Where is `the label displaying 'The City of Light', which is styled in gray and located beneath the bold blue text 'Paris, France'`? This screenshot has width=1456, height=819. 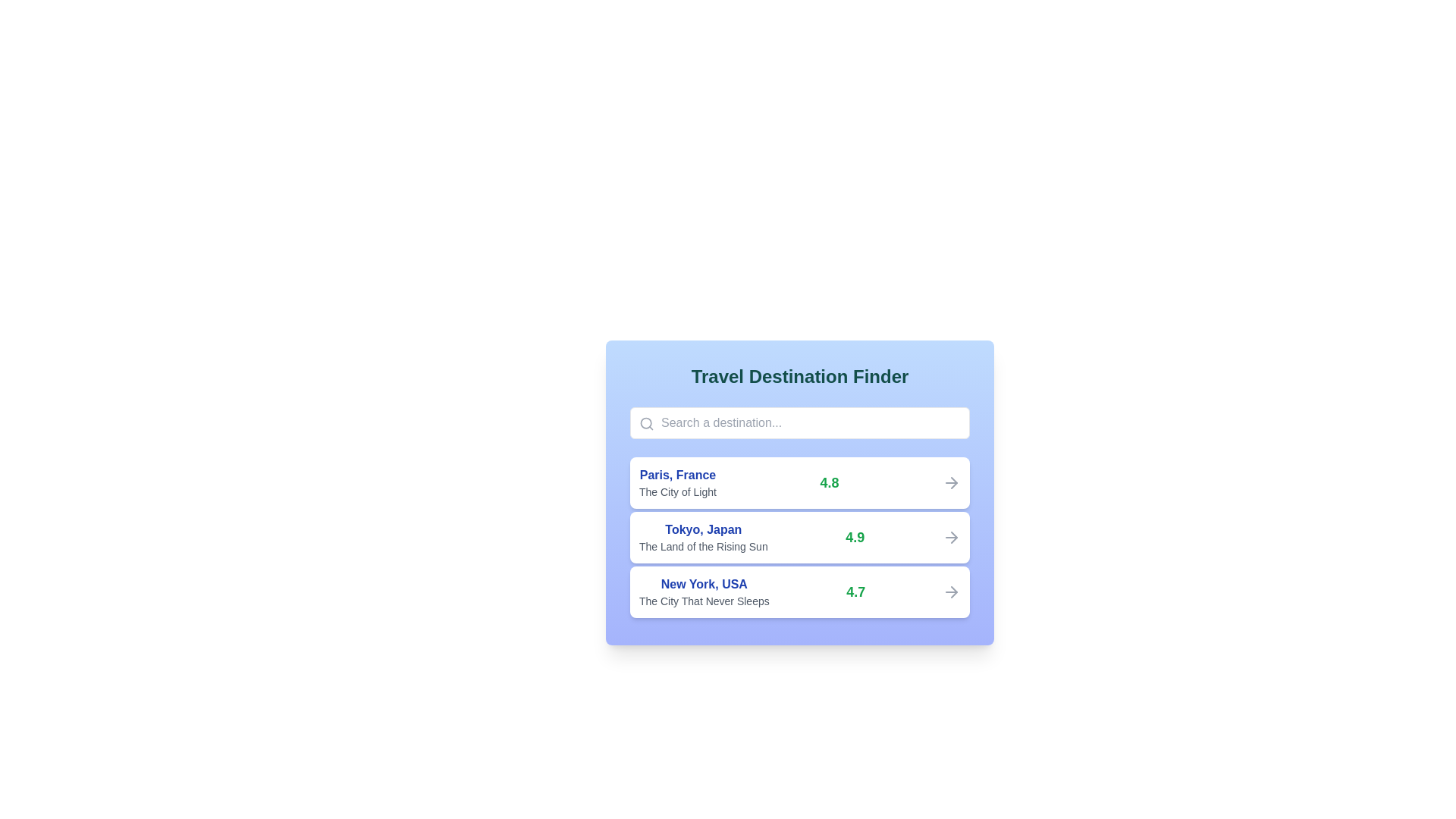 the label displaying 'The City of Light', which is styled in gray and located beneath the bold blue text 'Paris, France' is located at coordinates (676, 491).